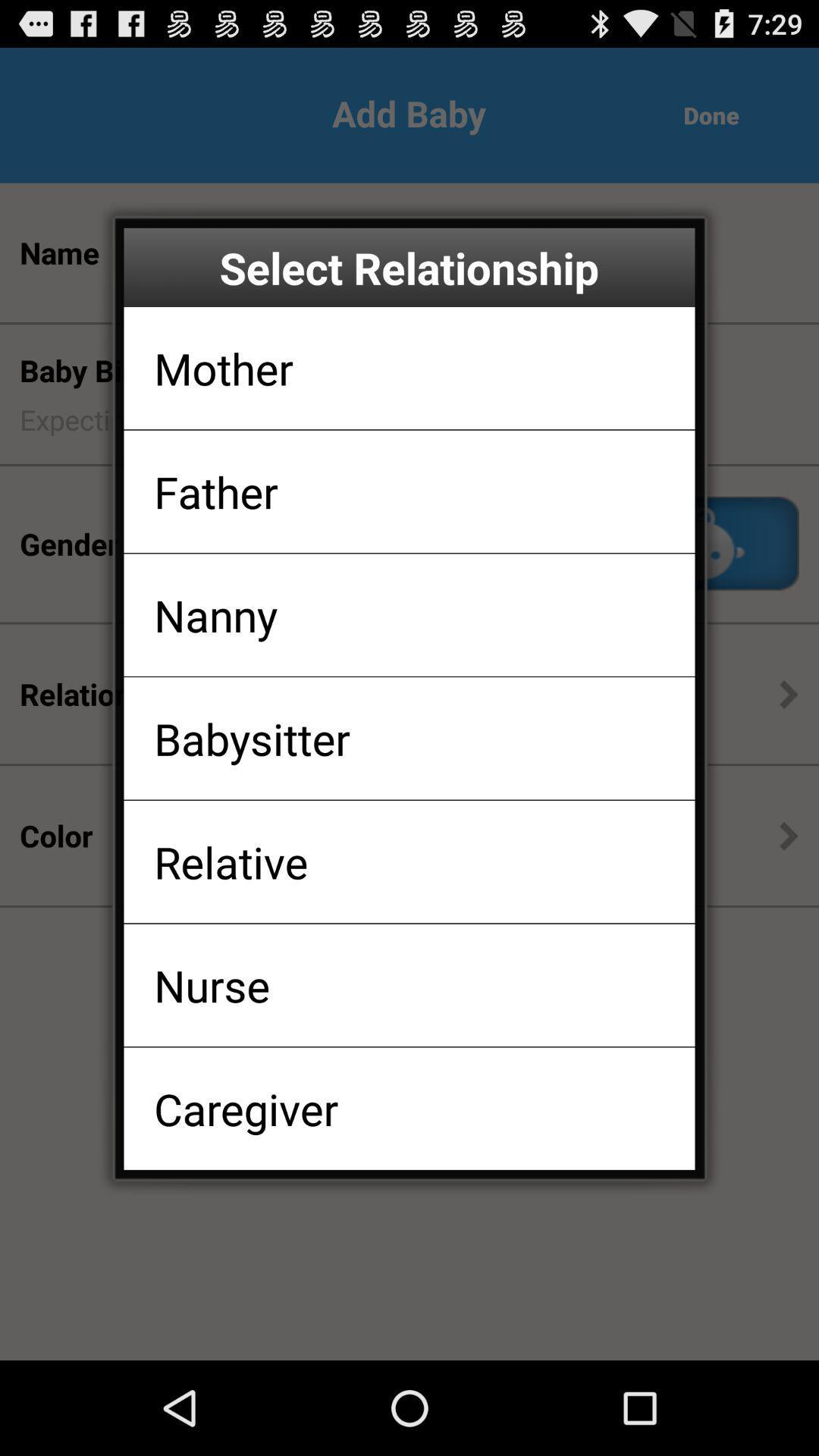 This screenshot has width=819, height=1456. Describe the element at coordinates (245, 1109) in the screenshot. I see `caregiver` at that location.